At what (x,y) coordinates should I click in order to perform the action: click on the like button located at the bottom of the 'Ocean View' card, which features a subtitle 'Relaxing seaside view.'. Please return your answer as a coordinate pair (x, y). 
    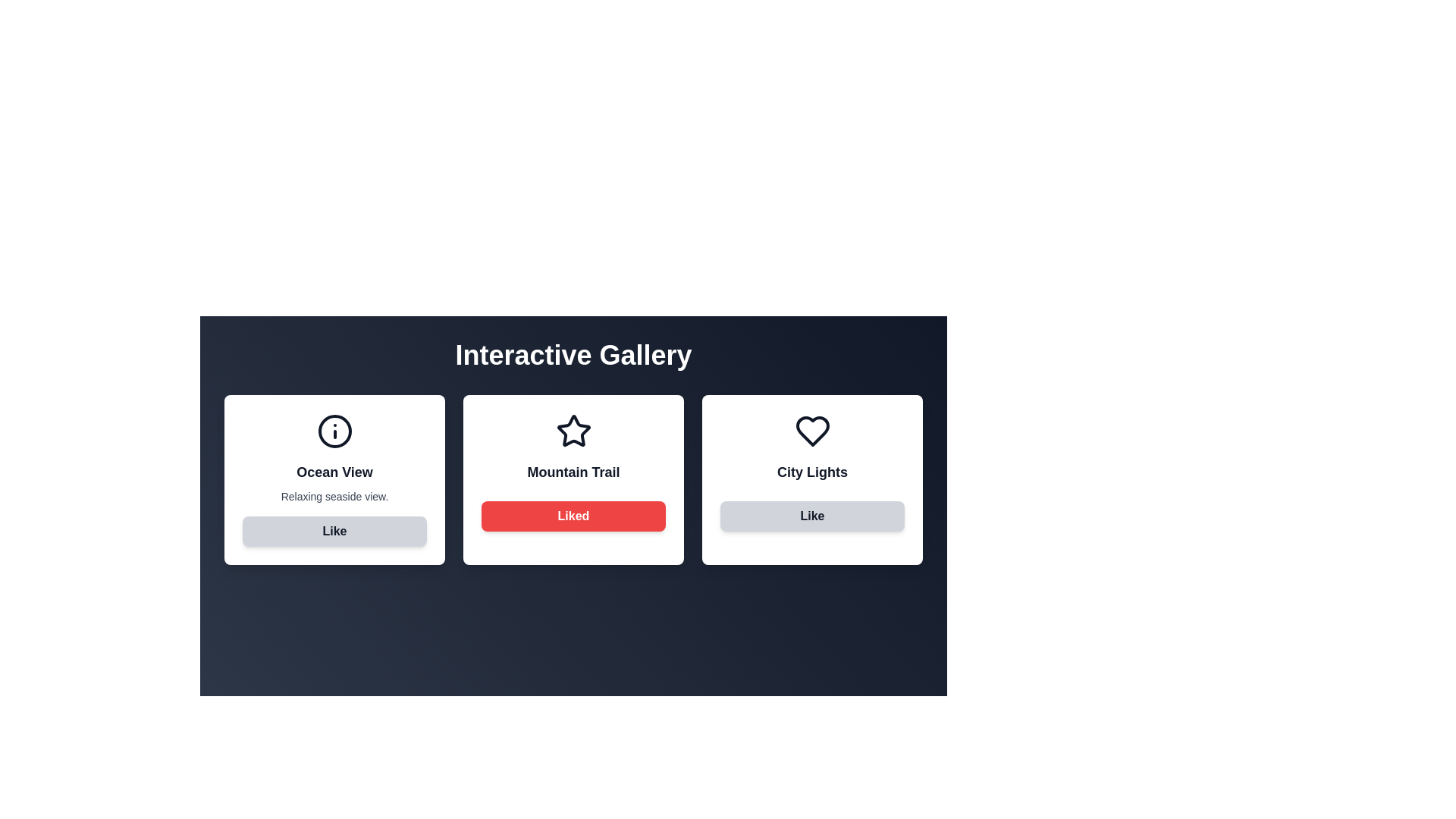
    Looking at the image, I should click on (334, 531).